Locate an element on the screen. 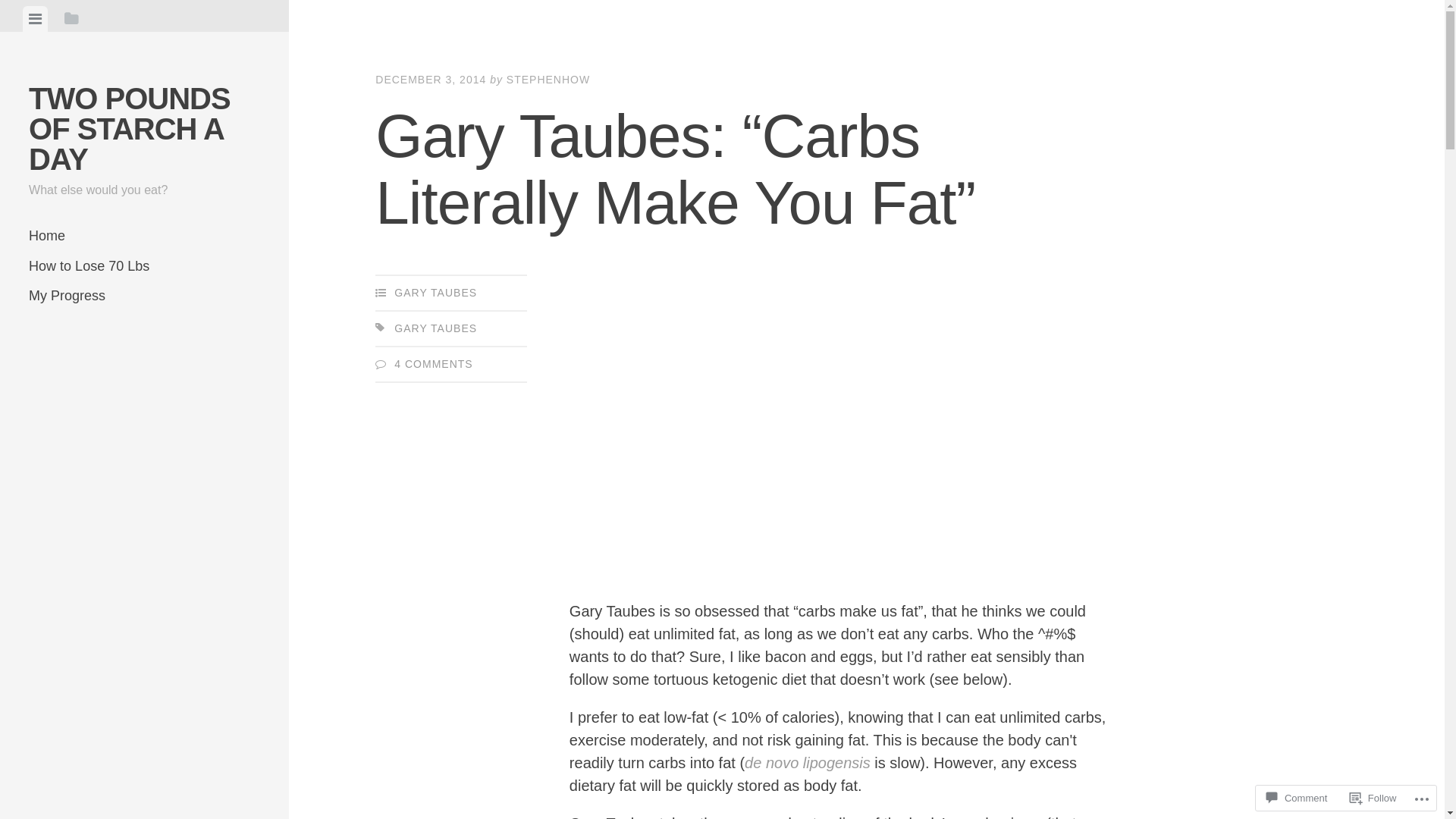 This screenshot has height=819, width=1456. 'How to Lose 70 Lbs' is located at coordinates (144, 265).